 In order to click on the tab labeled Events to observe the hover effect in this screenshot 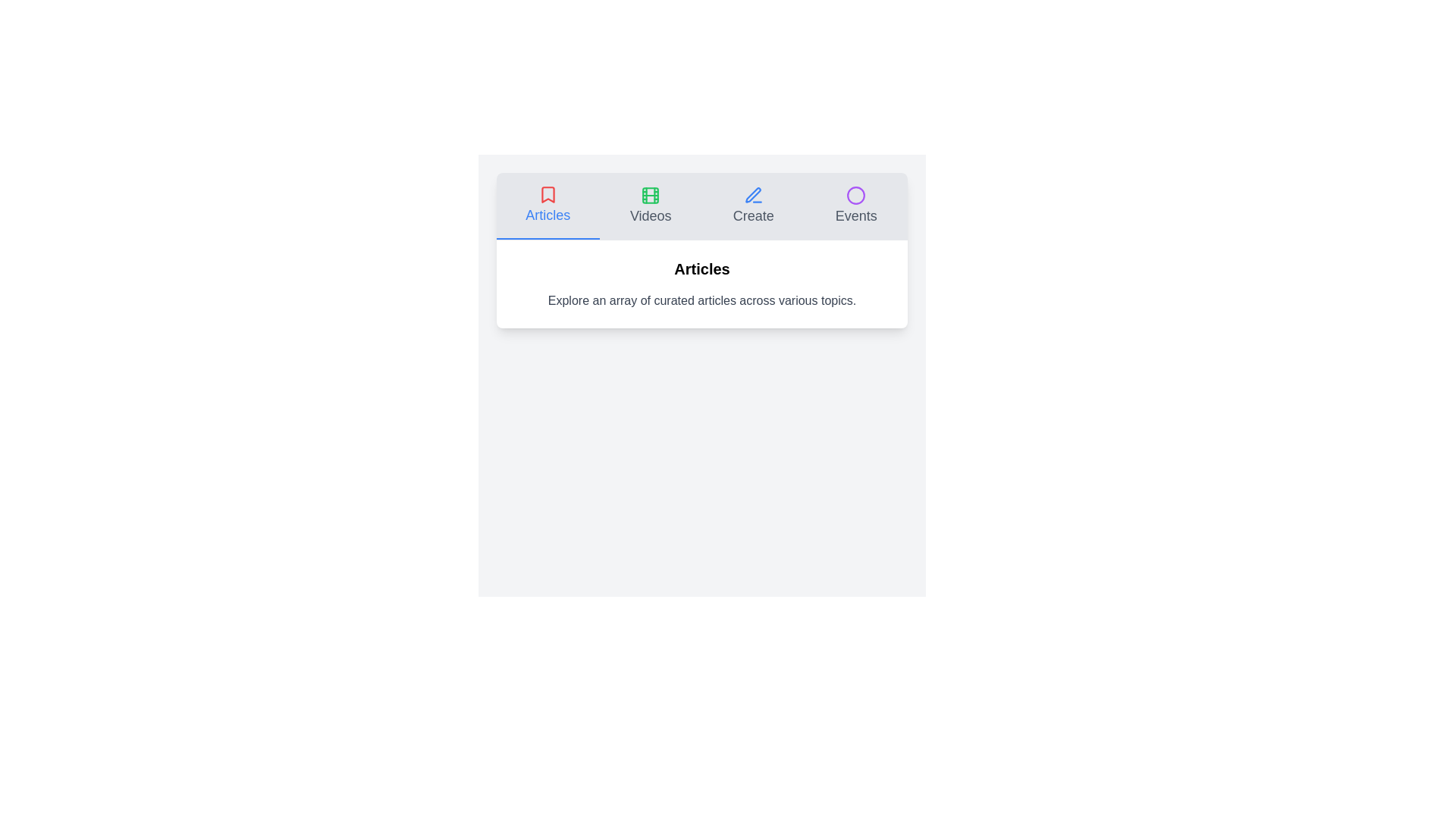, I will do `click(856, 206)`.